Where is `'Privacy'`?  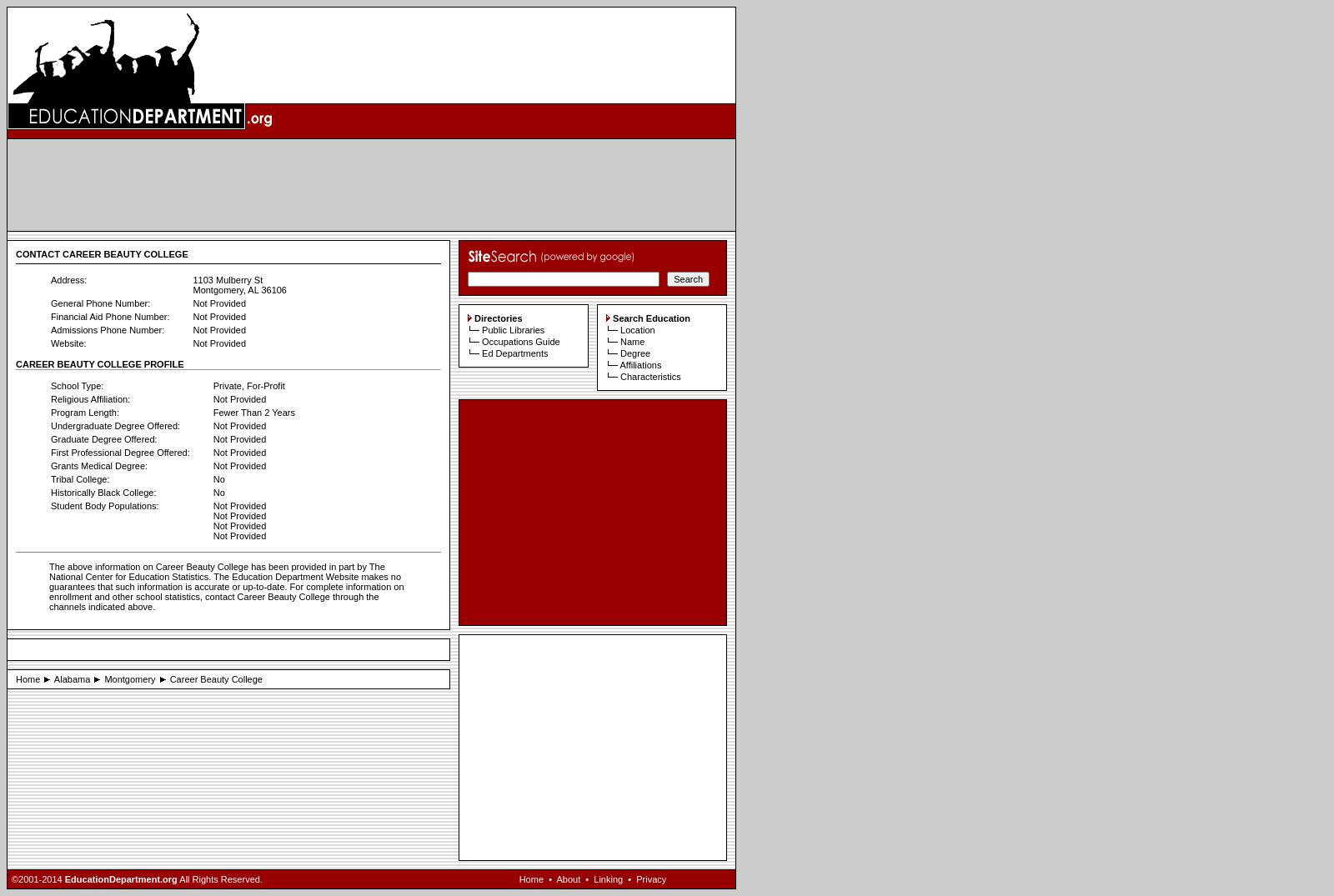 'Privacy' is located at coordinates (650, 879).